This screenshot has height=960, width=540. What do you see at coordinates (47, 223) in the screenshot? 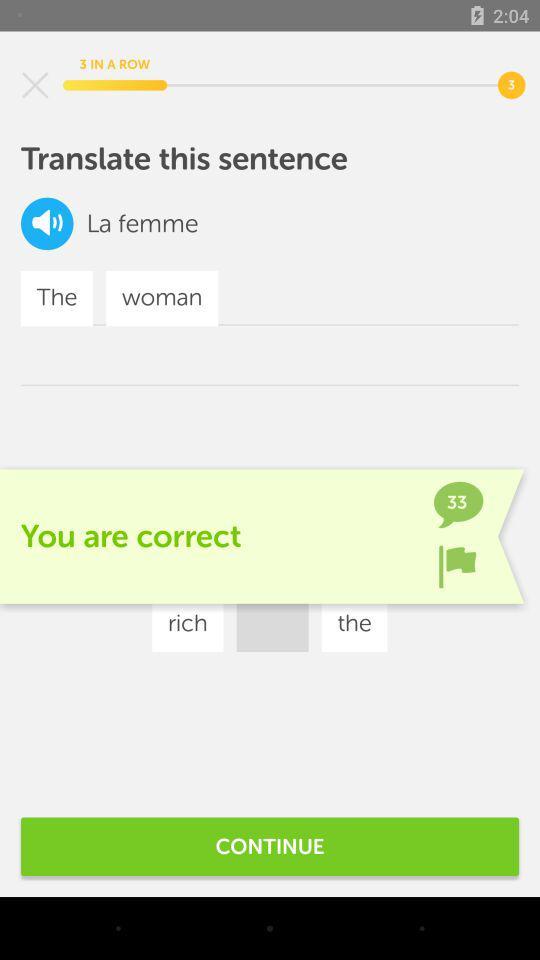
I see `say the phrase` at bounding box center [47, 223].